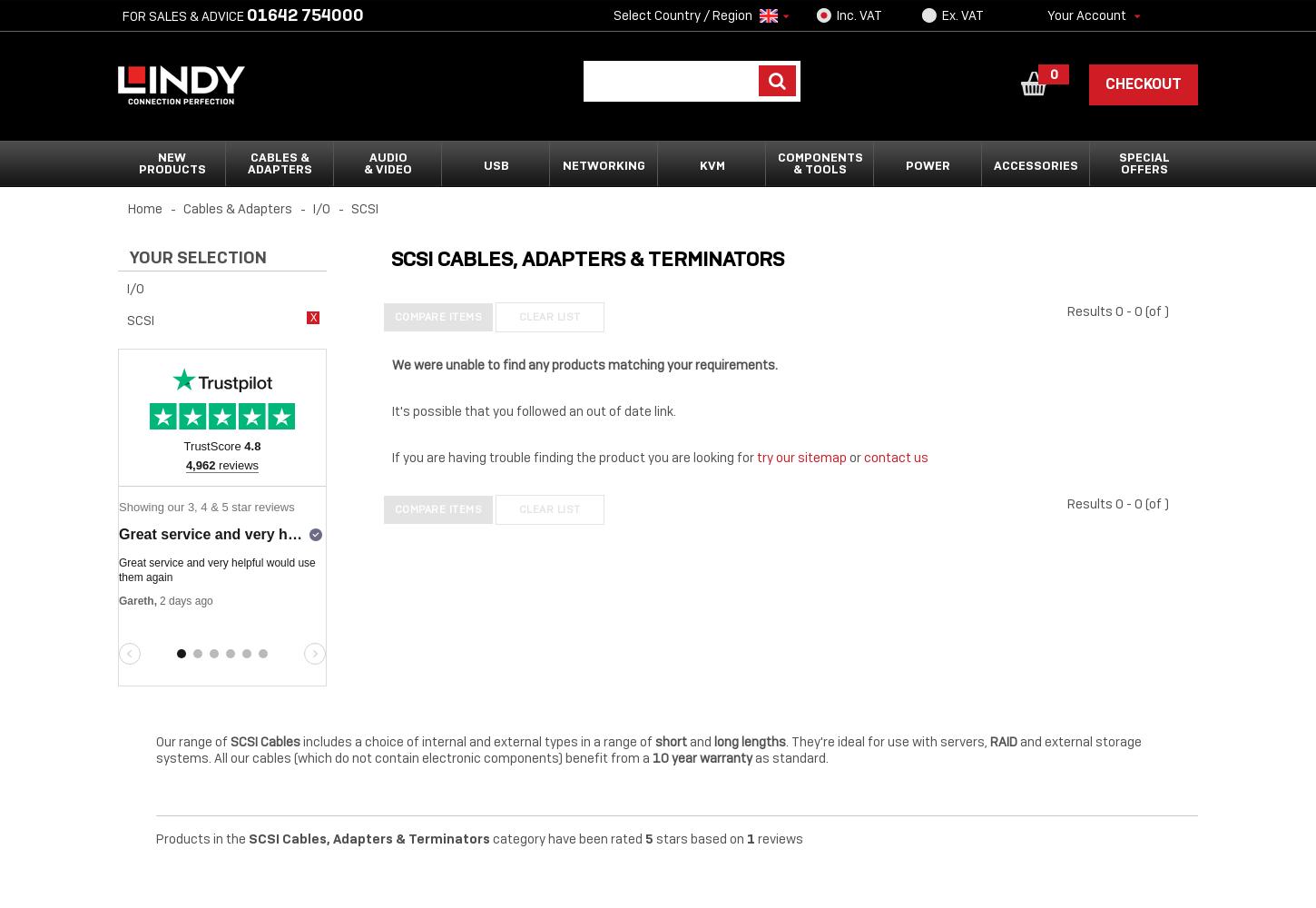  I want to click on 'SCSI Cables', so click(267, 741).